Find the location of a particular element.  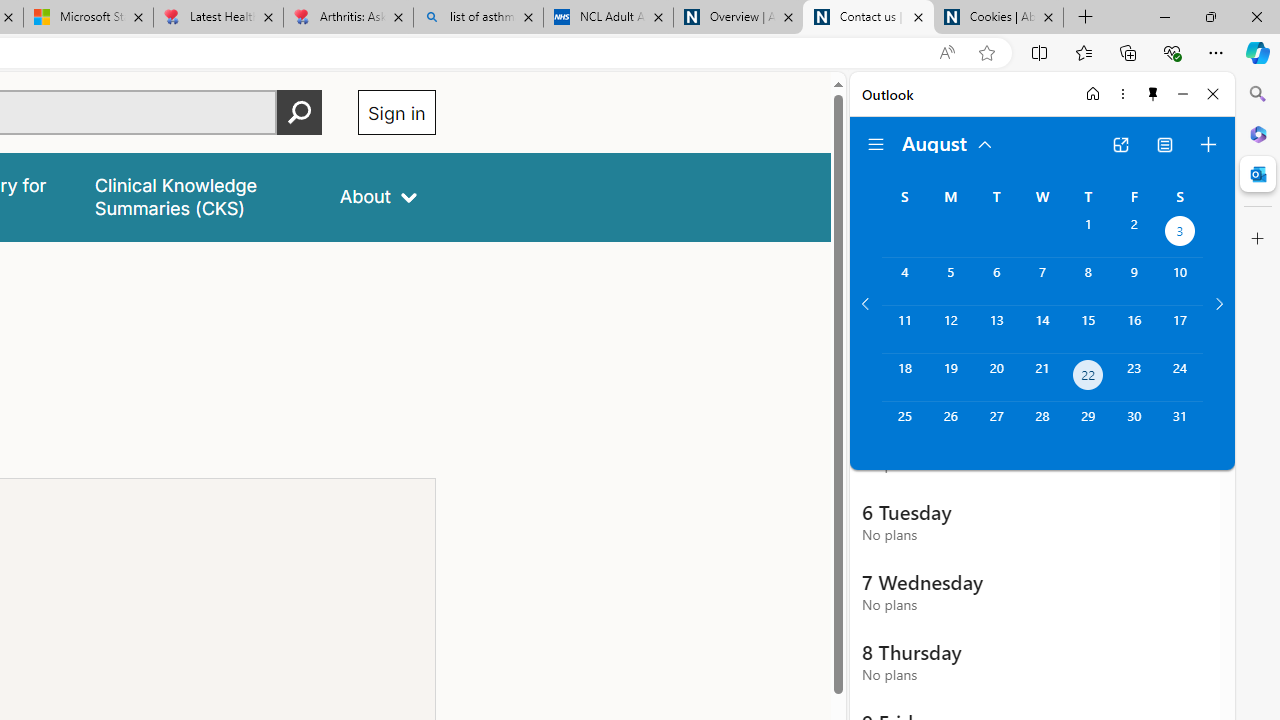

'Perform search' is located at coordinates (298, 112).